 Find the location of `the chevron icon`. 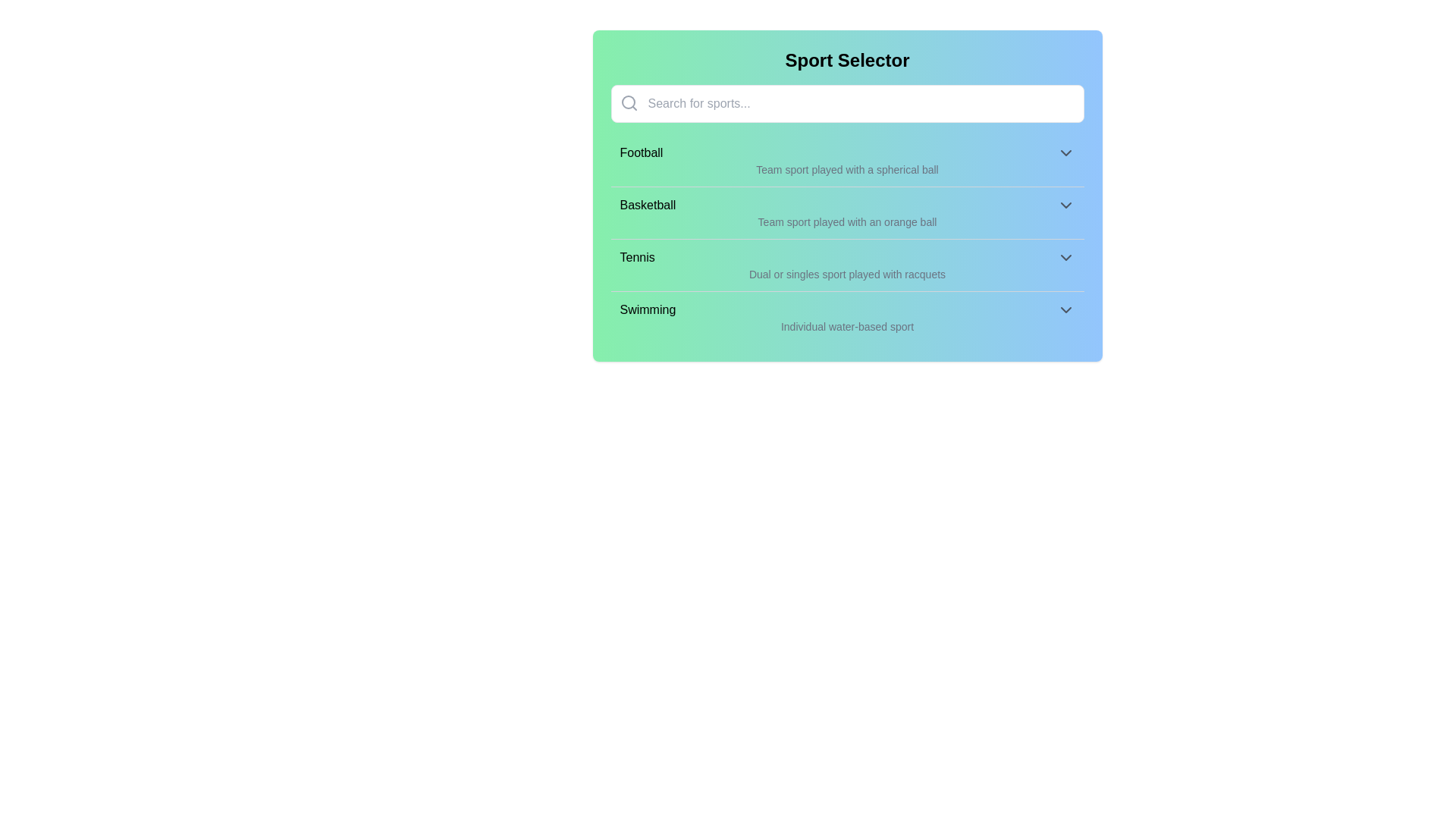

the chevron icon is located at coordinates (1065, 205).